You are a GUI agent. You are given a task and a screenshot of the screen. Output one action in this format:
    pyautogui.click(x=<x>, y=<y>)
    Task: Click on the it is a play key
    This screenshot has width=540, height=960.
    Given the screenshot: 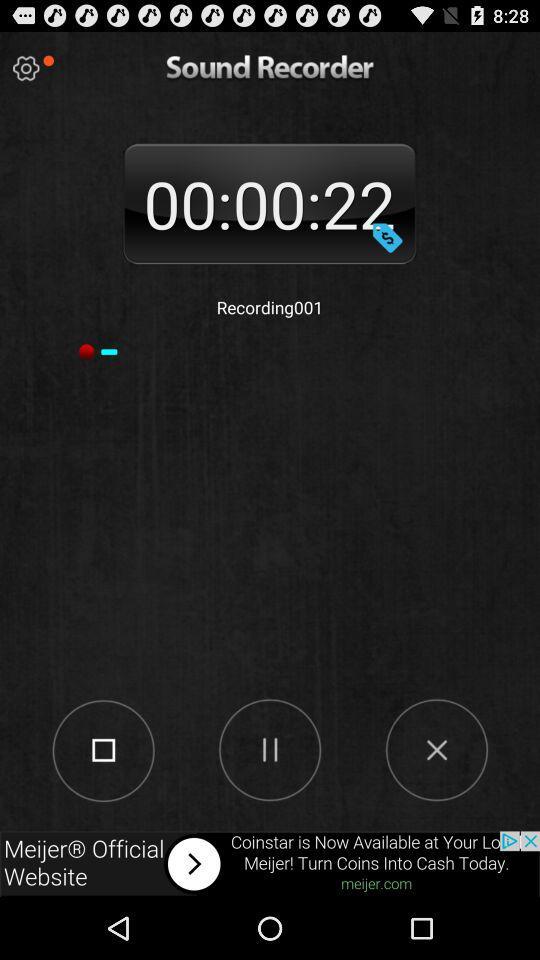 What is the action you would take?
    pyautogui.click(x=269, y=748)
    